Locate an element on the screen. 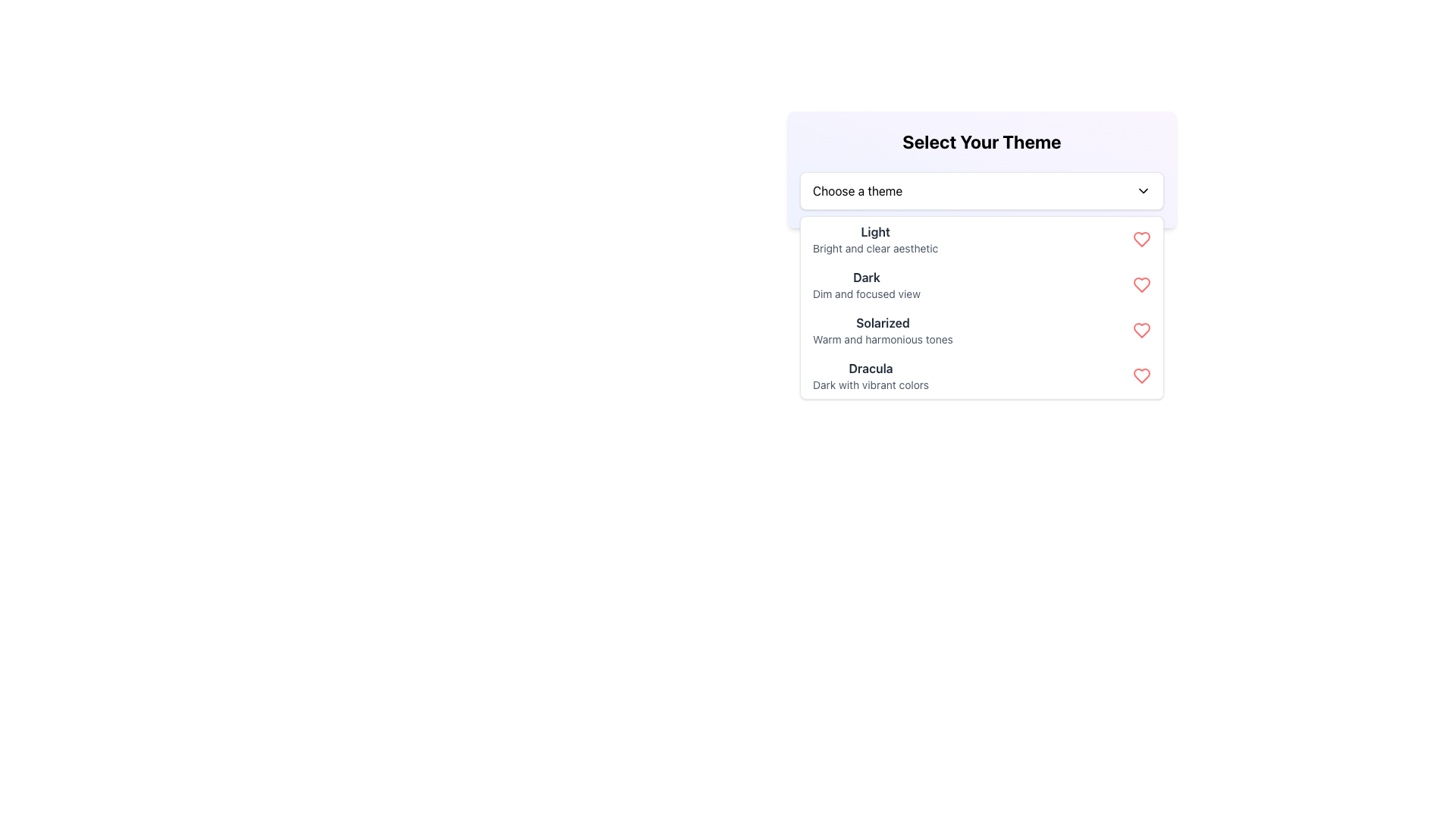 The height and width of the screenshot is (819, 1456). the heart-shaped outline icon in the top right of the 'Light: Bright and clear aesthetic' option in the dropdown menu to mark it as favorite is located at coordinates (1142, 239).